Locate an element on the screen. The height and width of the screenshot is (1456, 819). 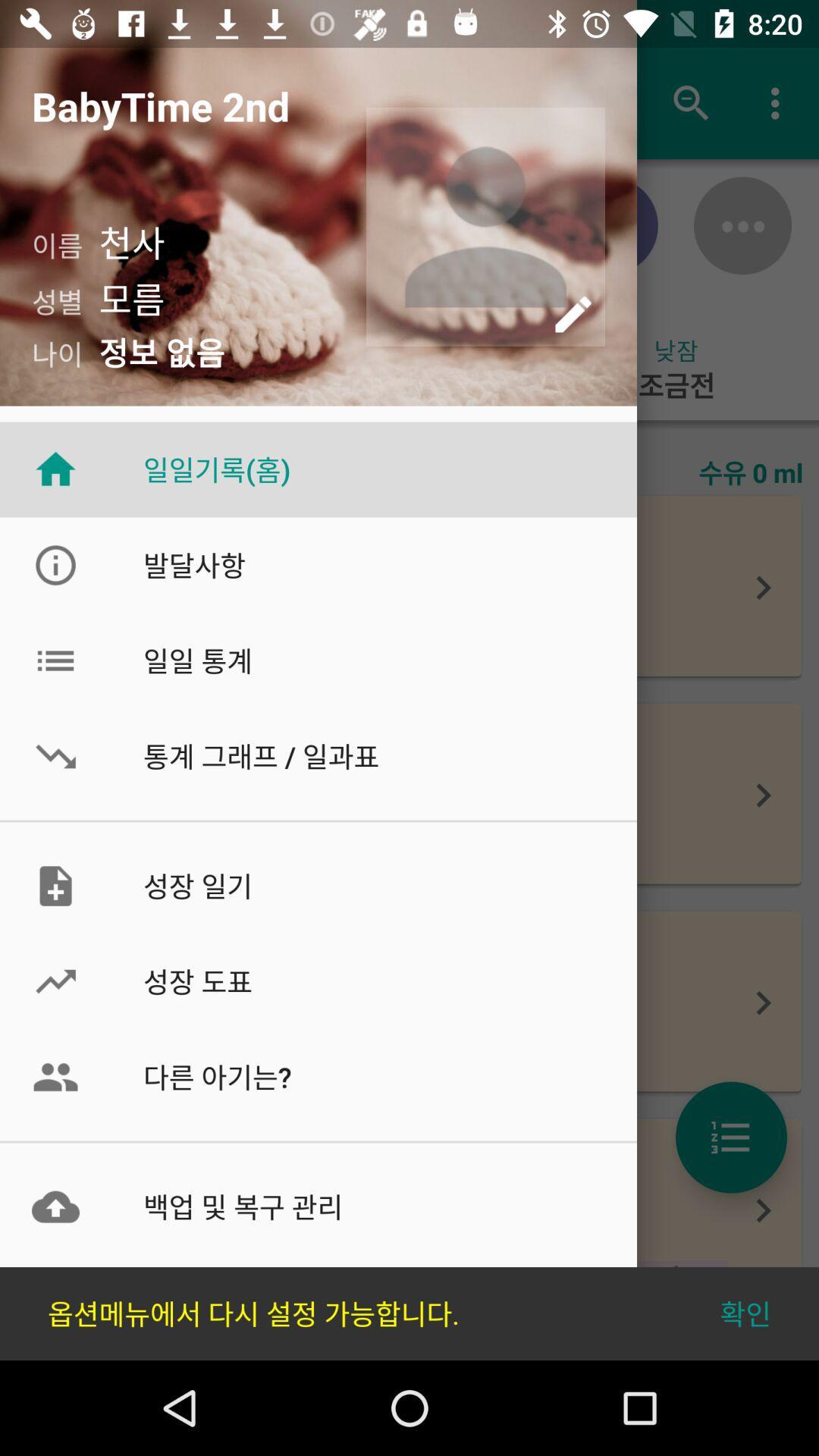
the list icon is located at coordinates (730, 1137).